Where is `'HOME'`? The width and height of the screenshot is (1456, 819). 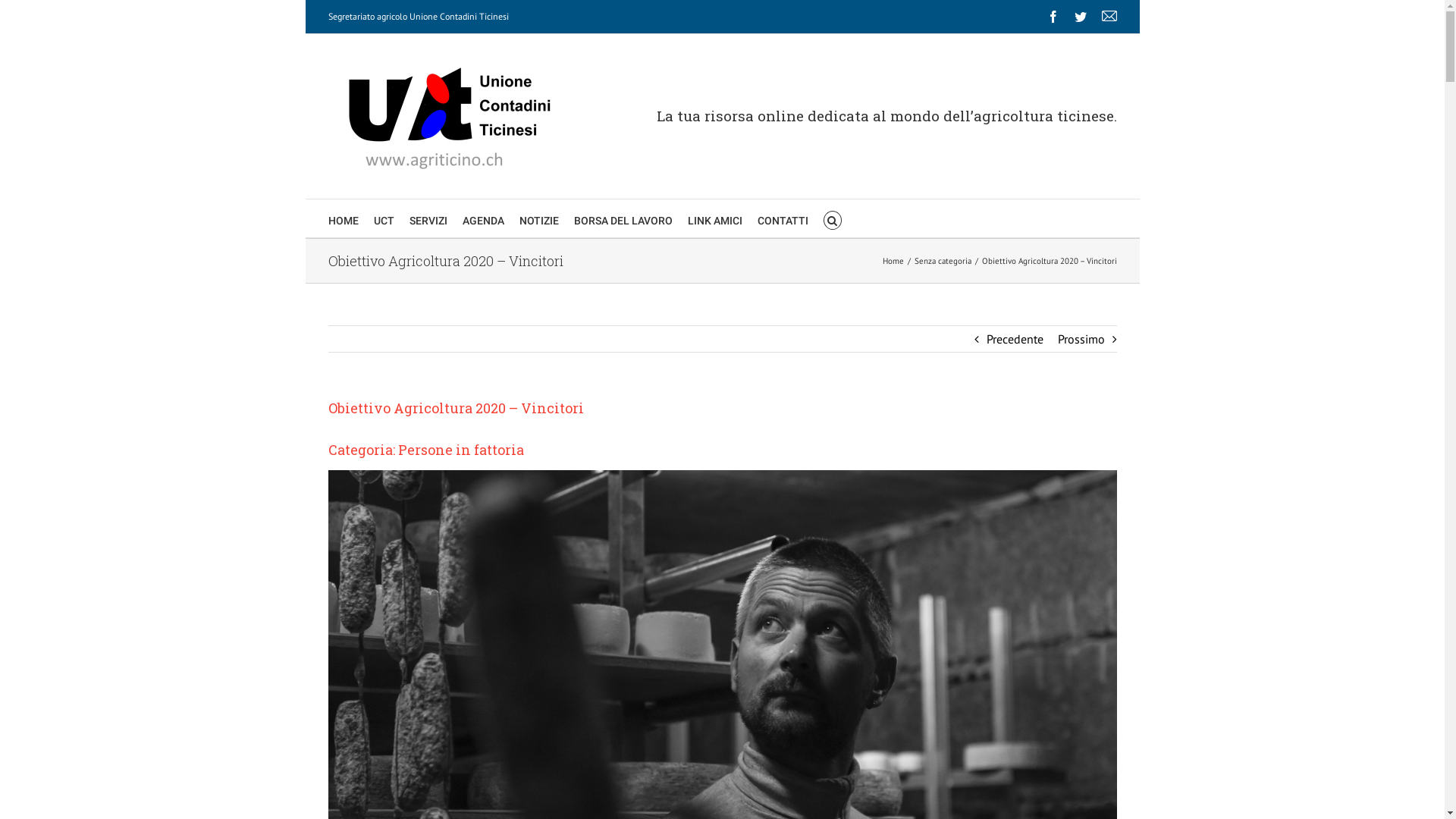
'HOME' is located at coordinates (341, 218).